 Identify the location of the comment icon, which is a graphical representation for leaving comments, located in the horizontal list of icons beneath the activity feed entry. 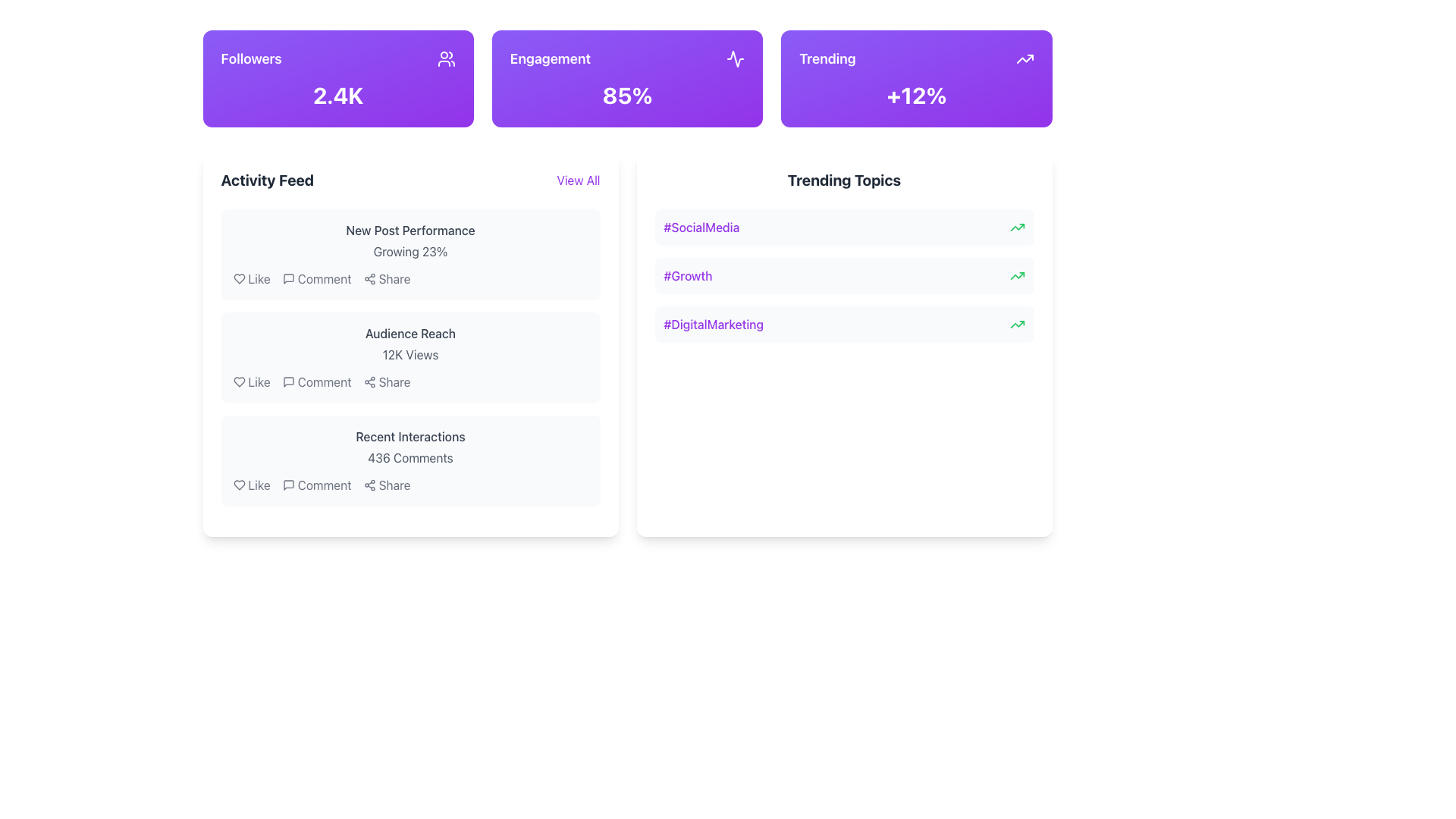
(288, 278).